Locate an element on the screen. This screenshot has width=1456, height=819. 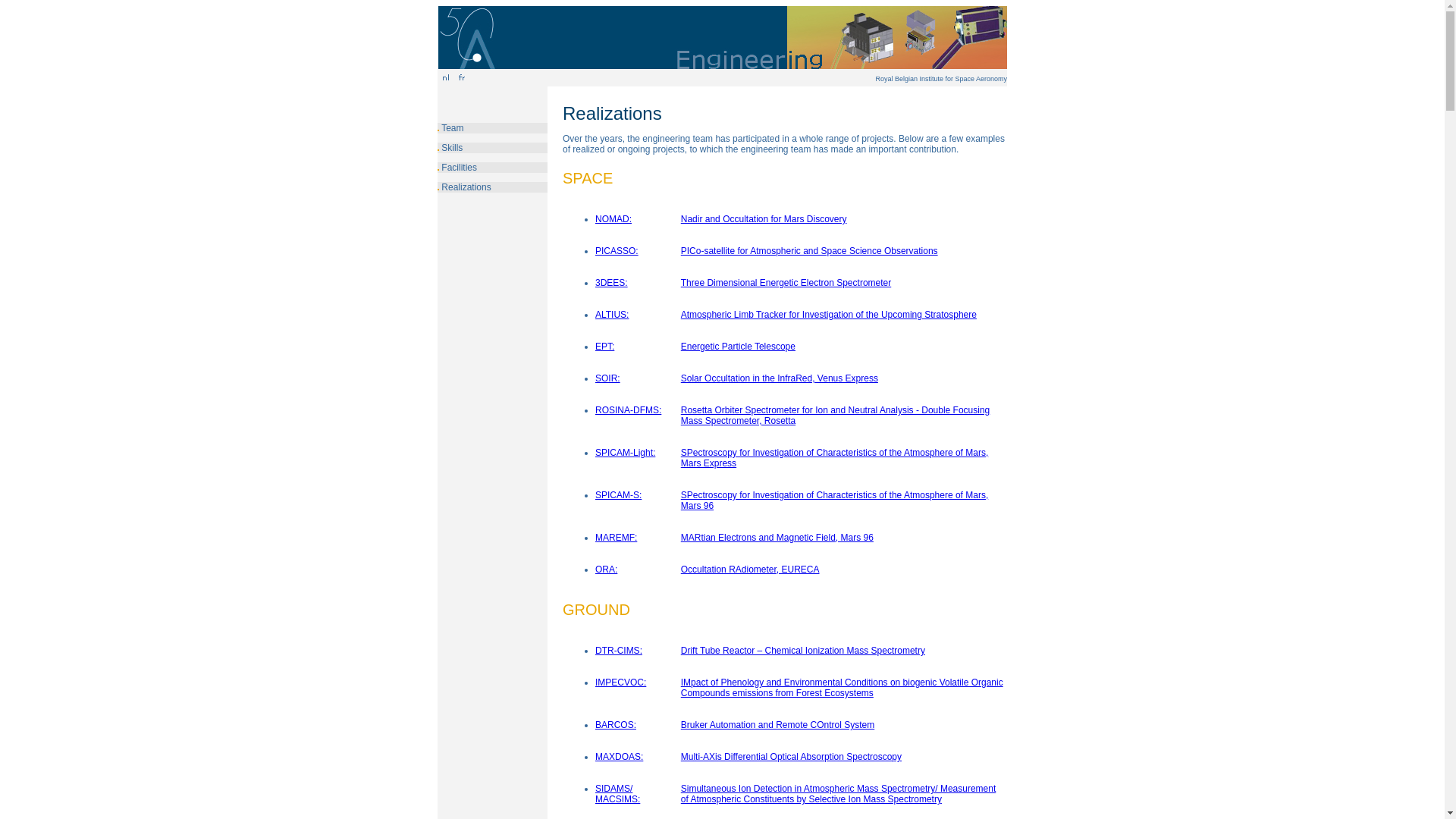
'SPICAM-Light:' is located at coordinates (625, 452).